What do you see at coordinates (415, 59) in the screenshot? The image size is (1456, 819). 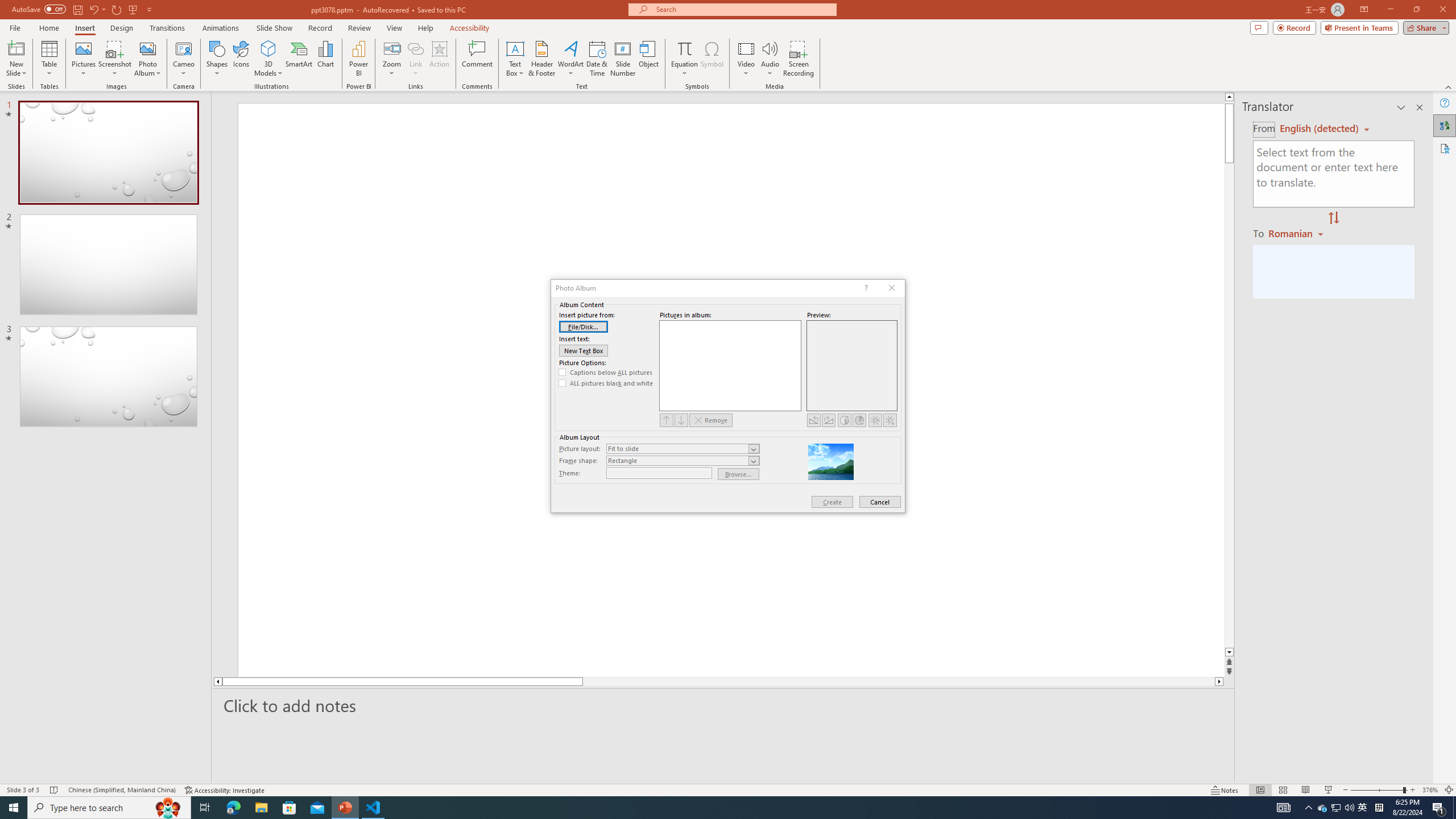 I see `'Link'` at bounding box center [415, 59].